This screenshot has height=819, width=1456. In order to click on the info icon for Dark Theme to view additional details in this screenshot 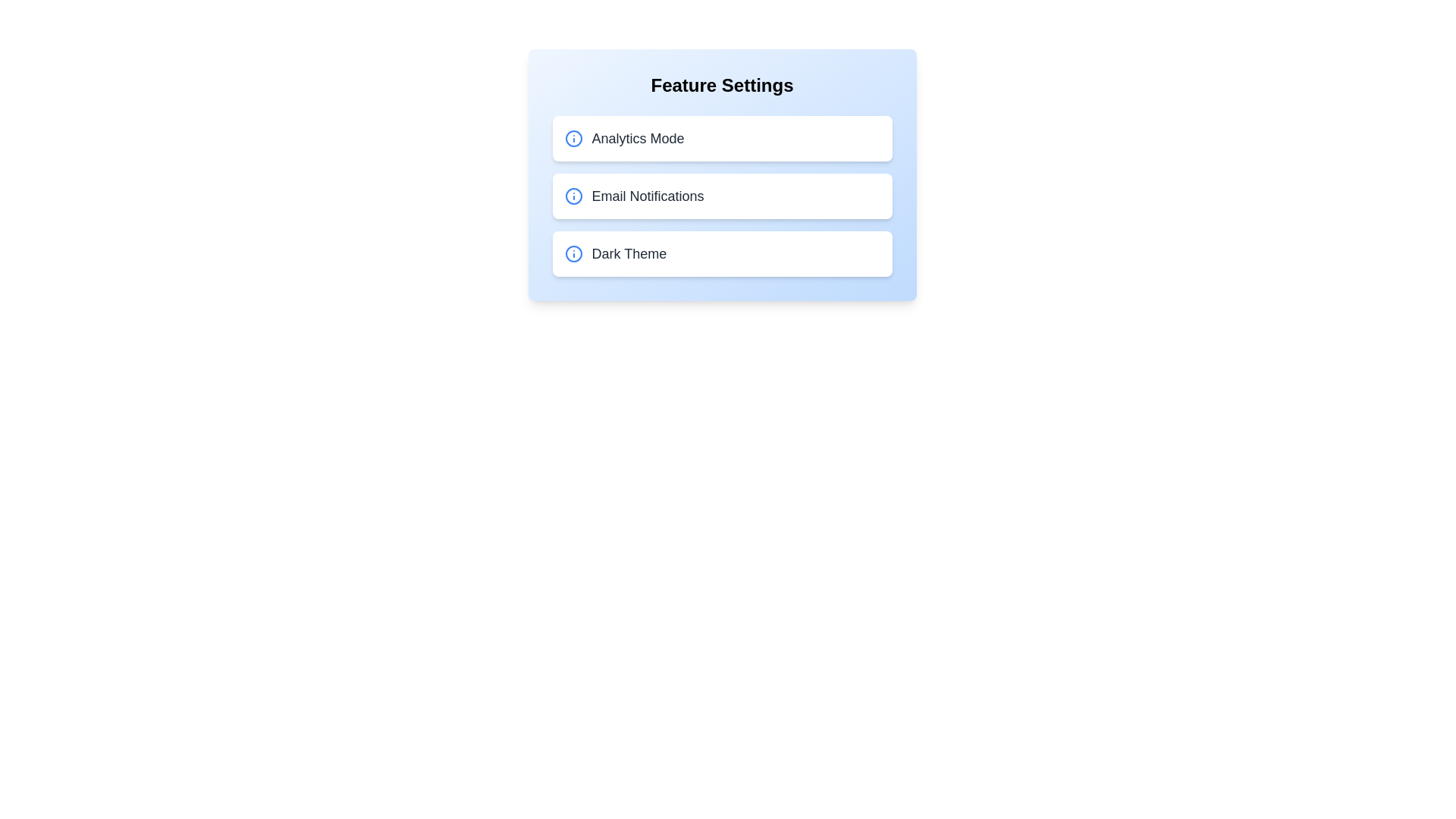, I will do `click(573, 253)`.